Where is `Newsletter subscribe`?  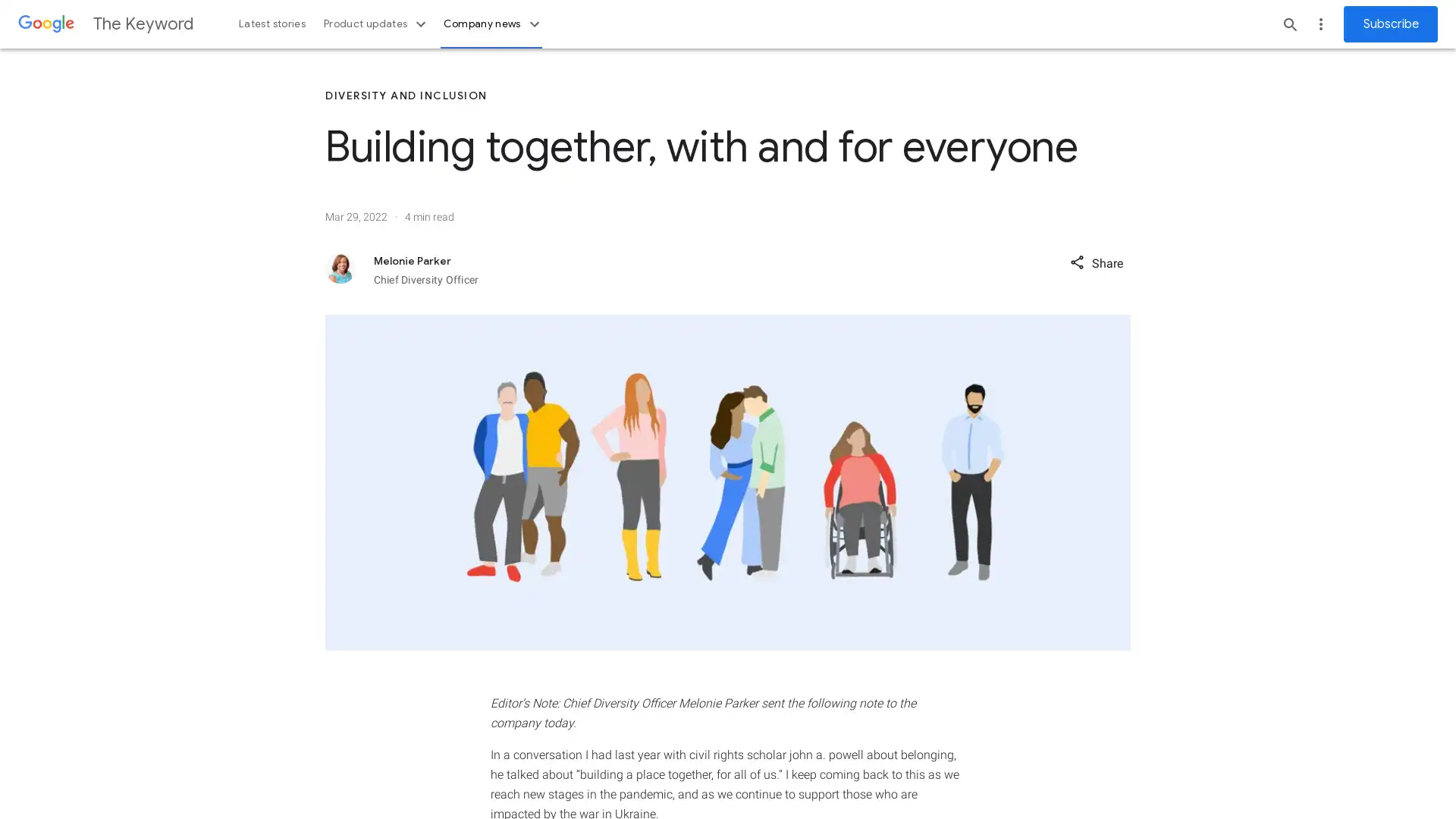
Newsletter subscribe is located at coordinates (1390, 24).